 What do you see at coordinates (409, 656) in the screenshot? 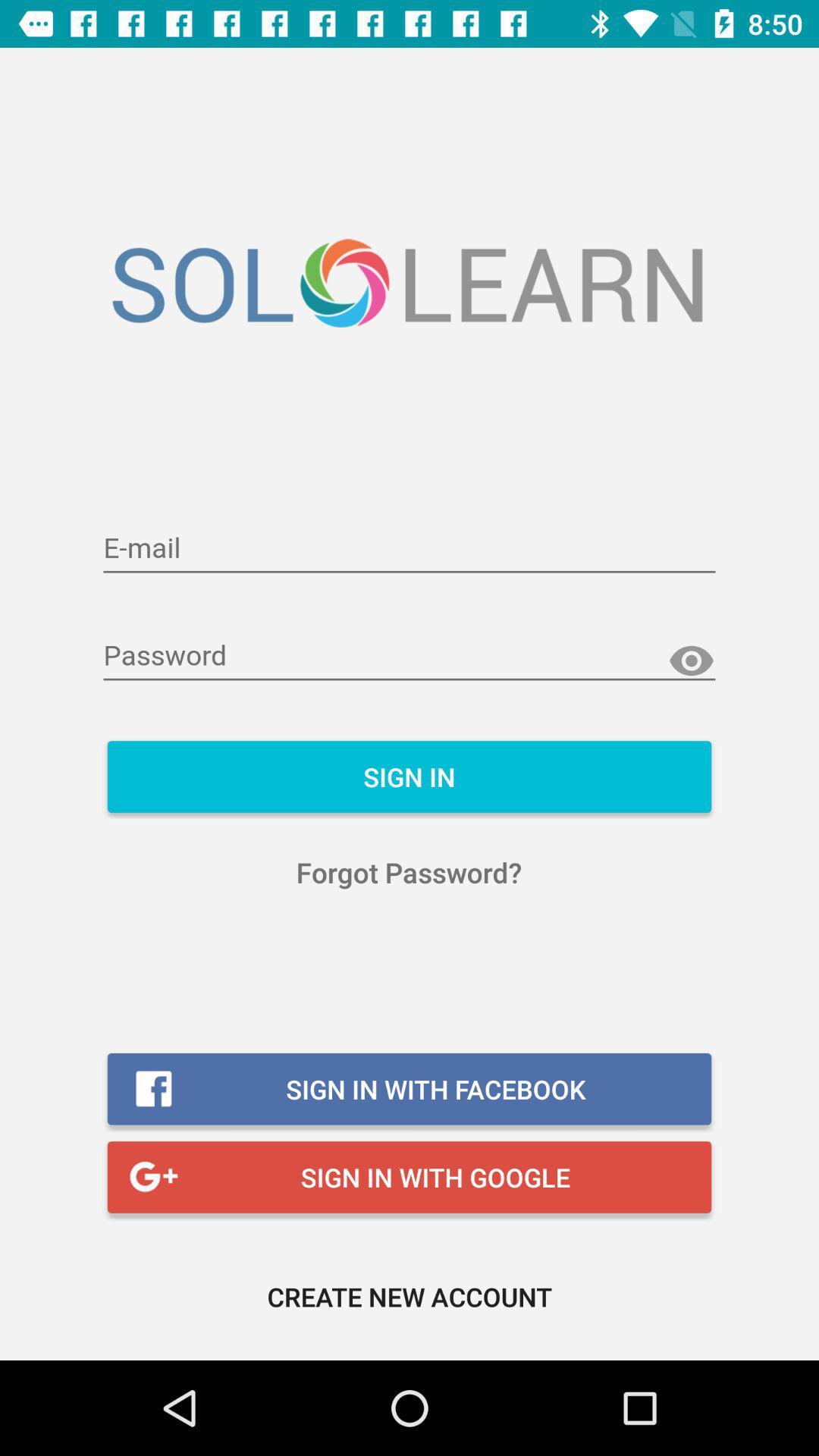
I see `input password` at bounding box center [409, 656].